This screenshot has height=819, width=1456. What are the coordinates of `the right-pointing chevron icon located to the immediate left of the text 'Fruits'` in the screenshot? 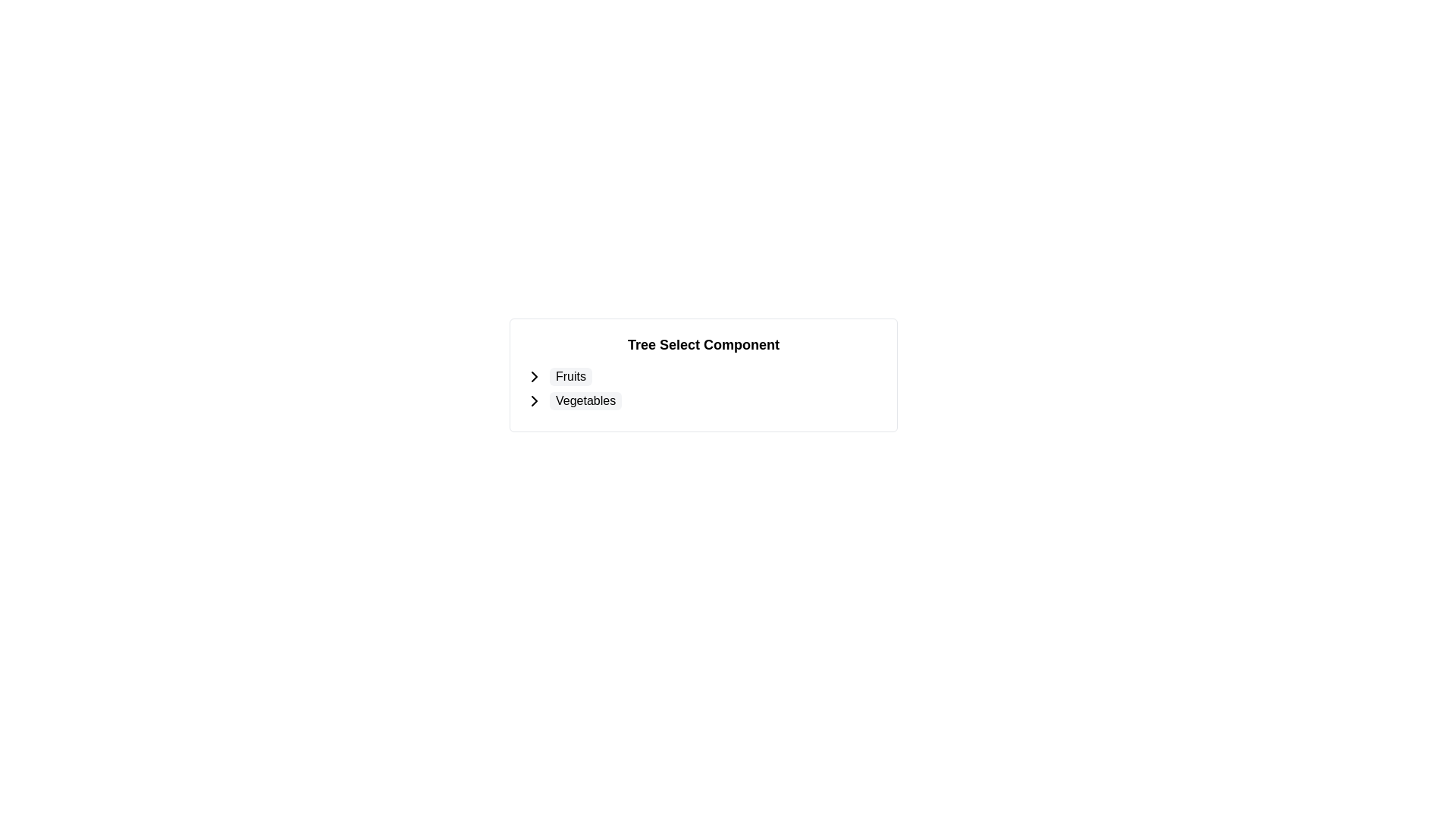 It's located at (535, 376).